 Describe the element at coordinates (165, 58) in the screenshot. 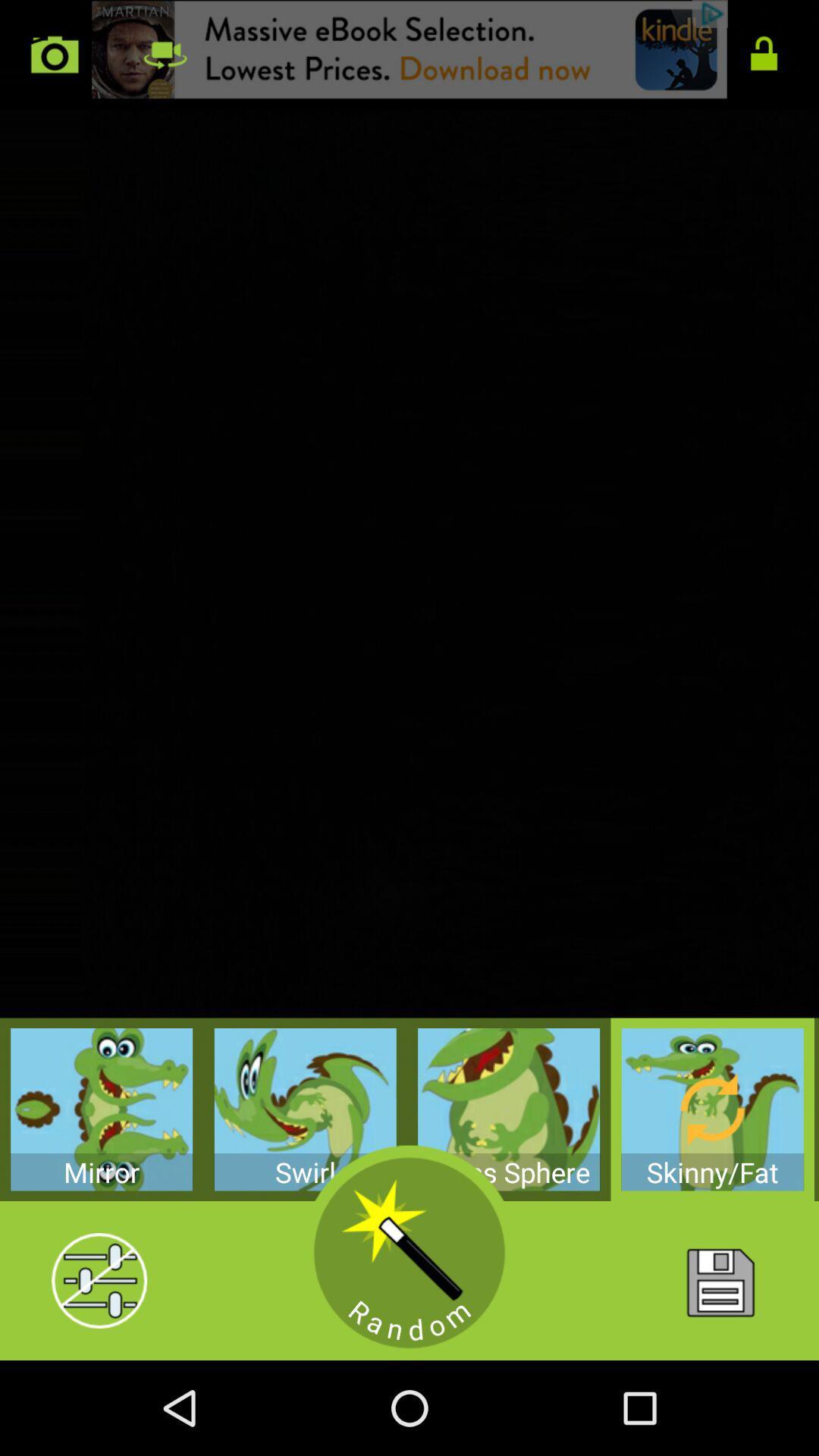

I see `the videocam icon` at that location.